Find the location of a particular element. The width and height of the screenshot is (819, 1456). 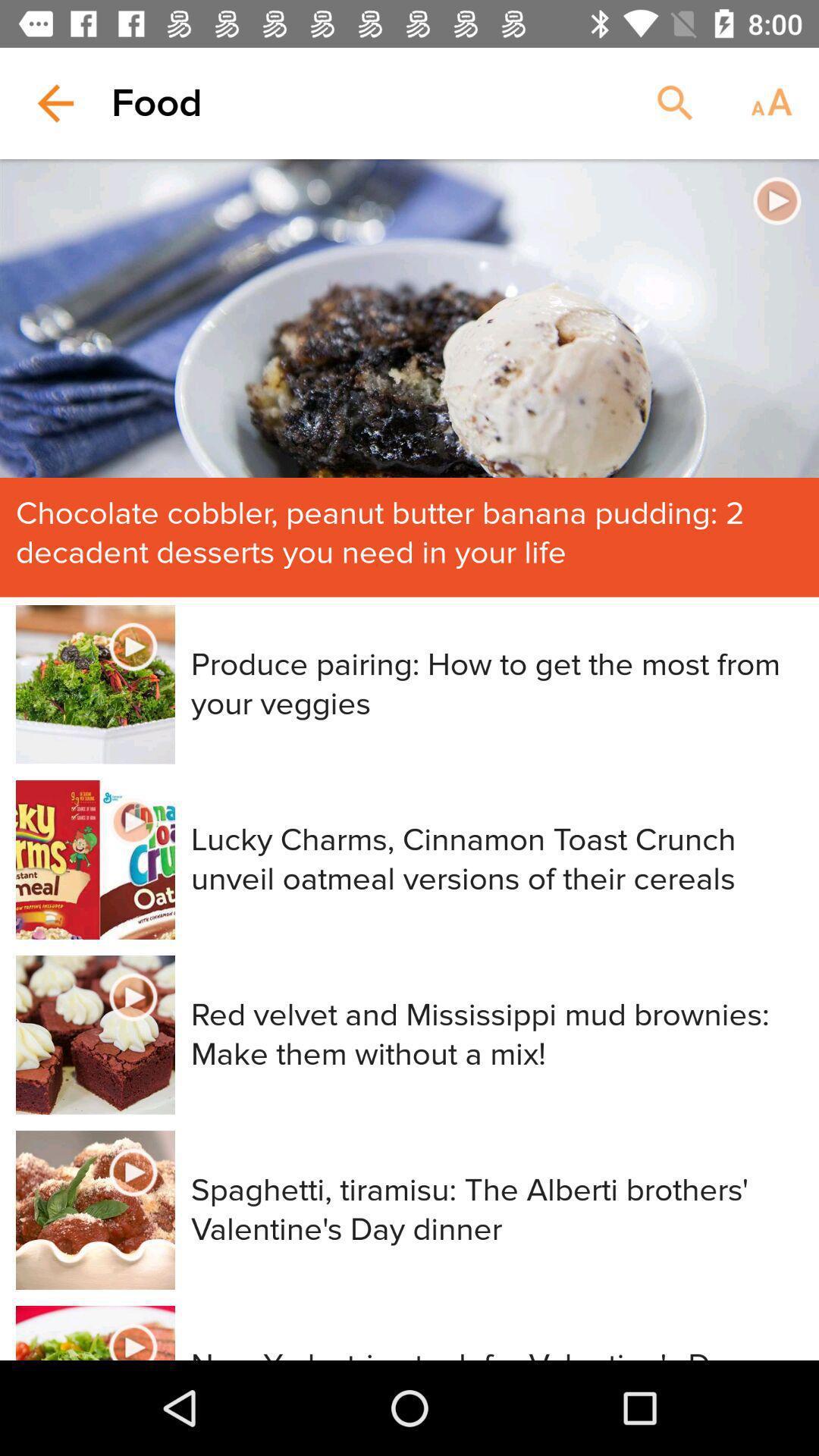

the second video button on the page is located at coordinates (133, 647).